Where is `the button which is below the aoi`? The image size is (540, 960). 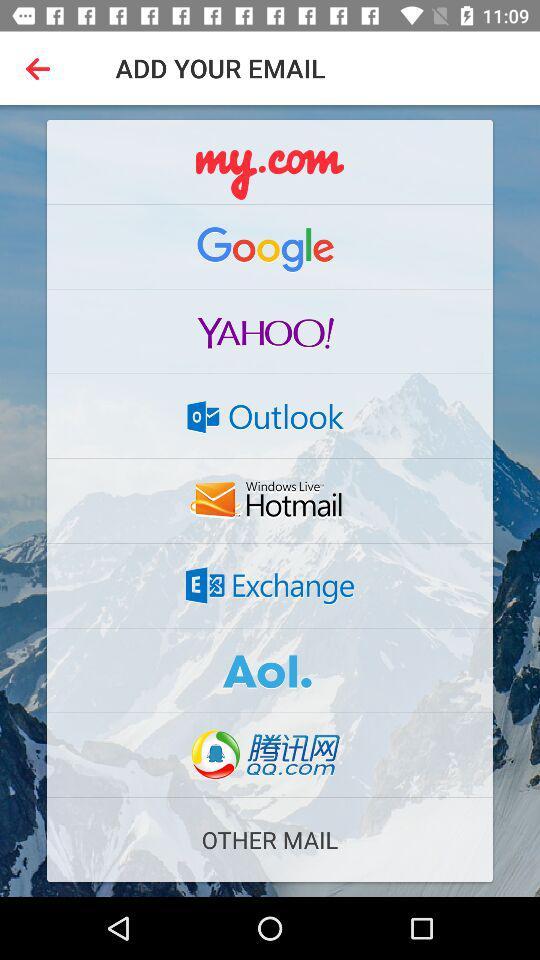
the button which is below the aoi is located at coordinates (270, 754).